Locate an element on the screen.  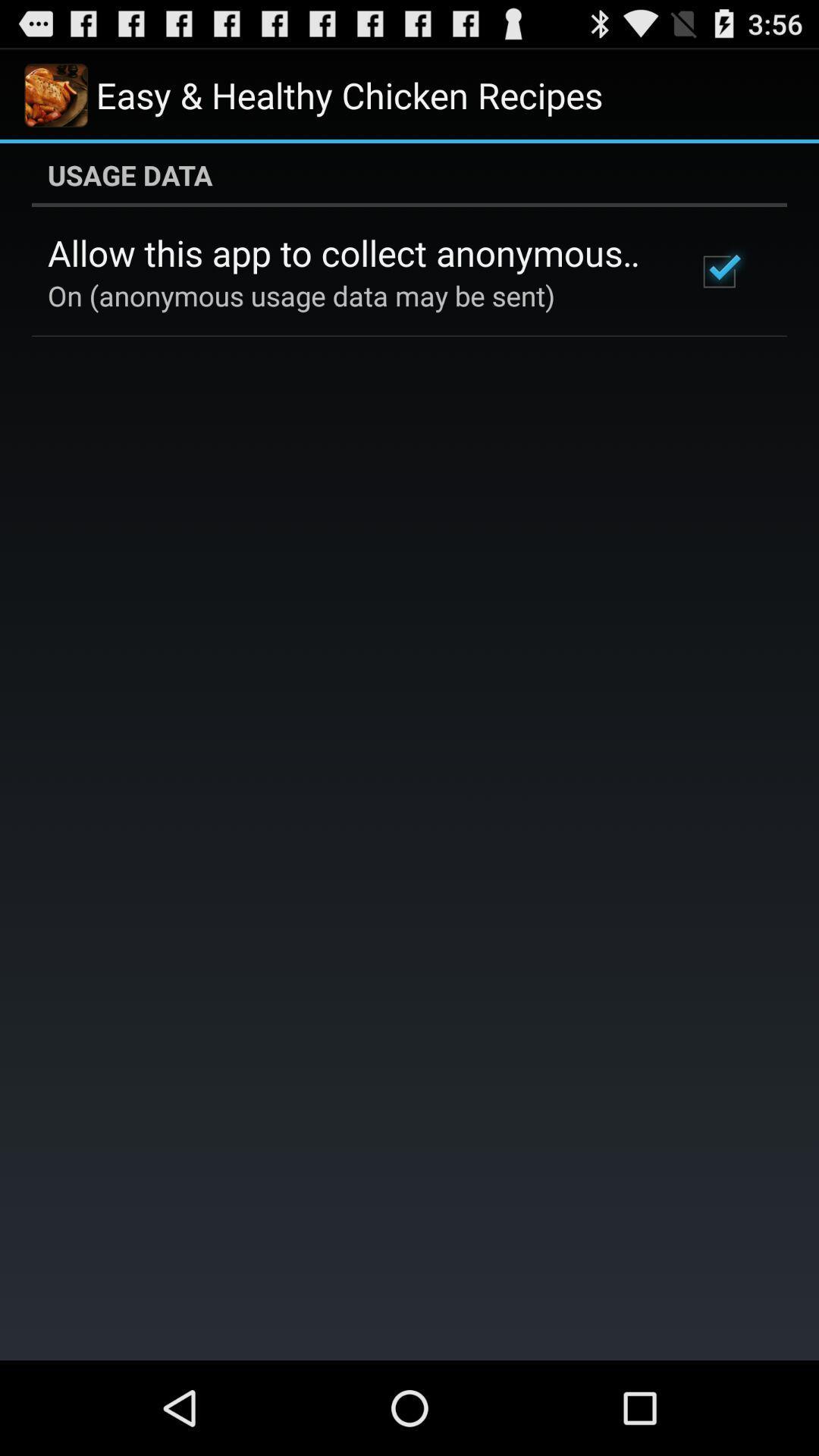
app to the right of allow this app is located at coordinates (718, 271).